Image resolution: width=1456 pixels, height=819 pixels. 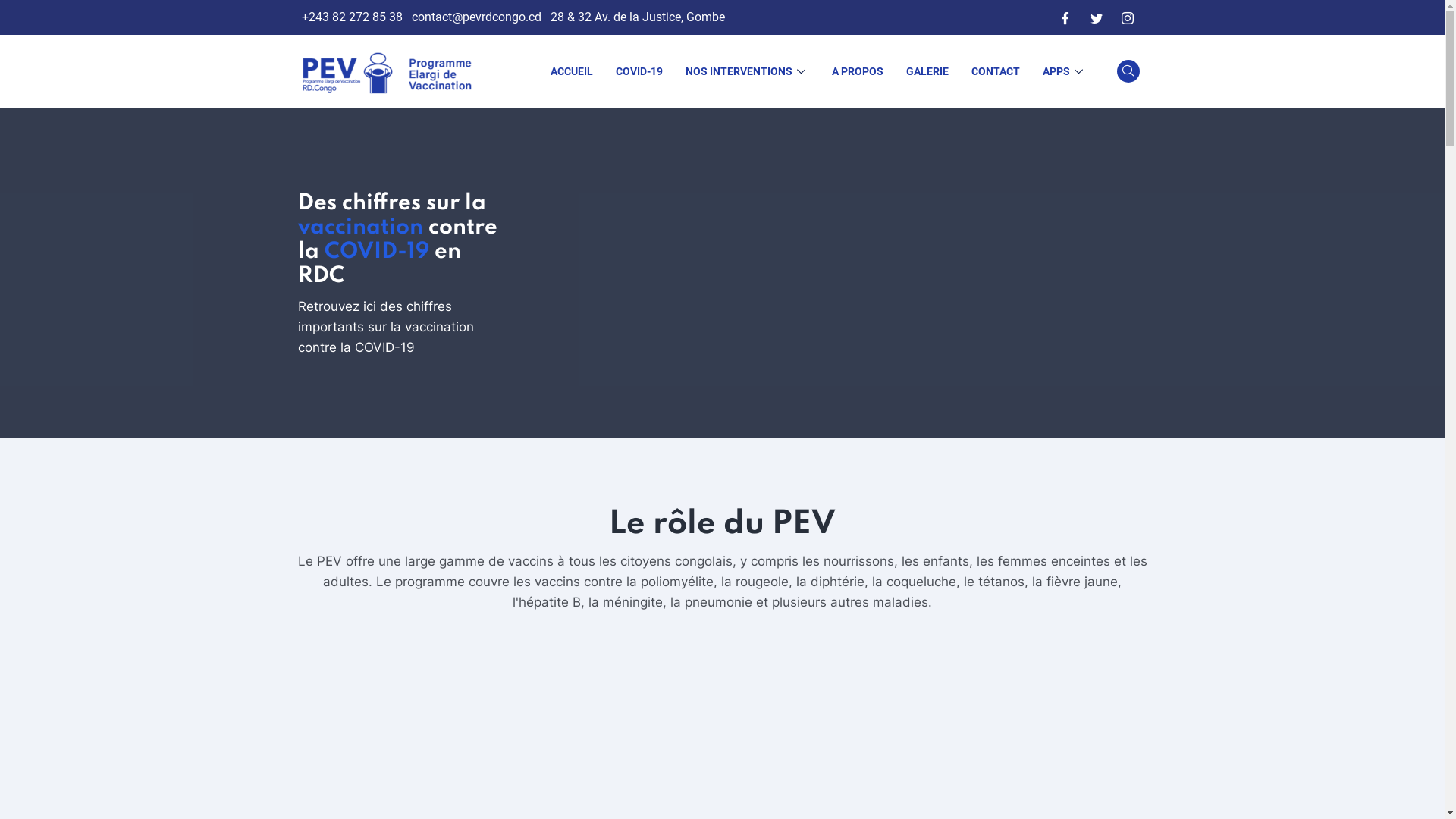 What do you see at coordinates (570, 71) in the screenshot?
I see `'ACCUEIL'` at bounding box center [570, 71].